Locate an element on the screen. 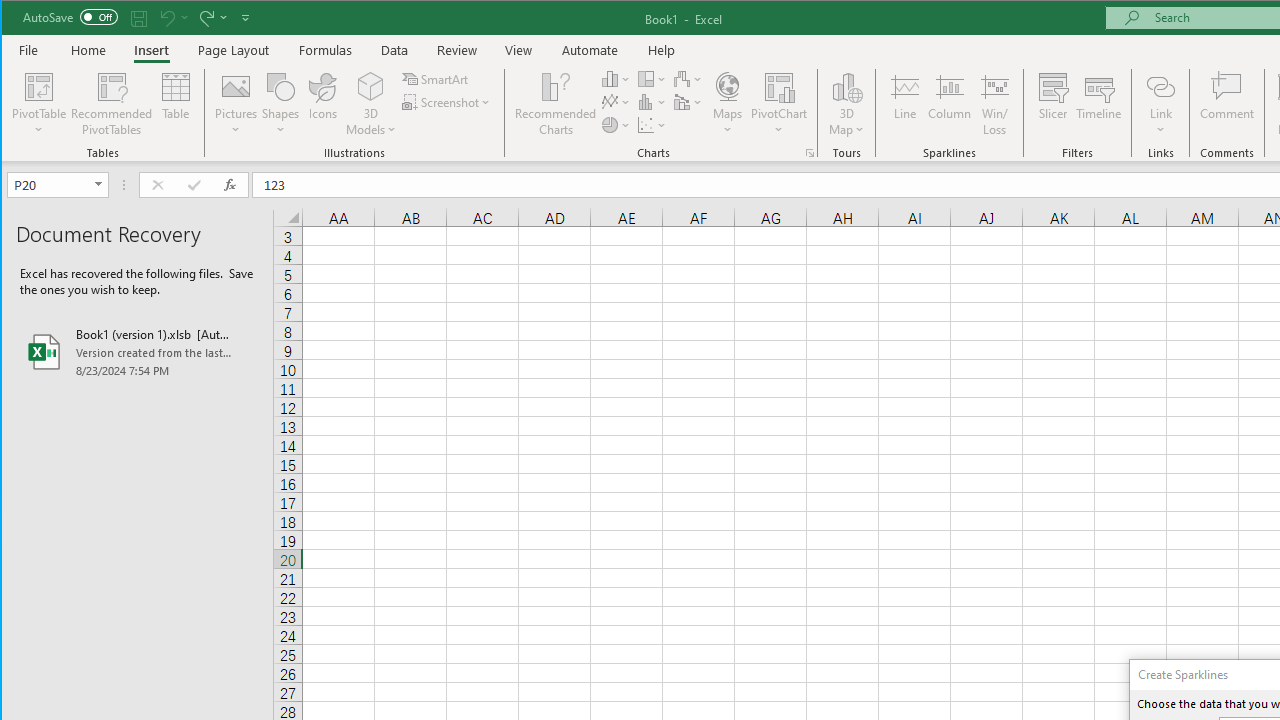 The height and width of the screenshot is (720, 1280). 'Insert Waterfall, Funnel, Stock, Surface, or Radar Chart' is located at coordinates (688, 78).